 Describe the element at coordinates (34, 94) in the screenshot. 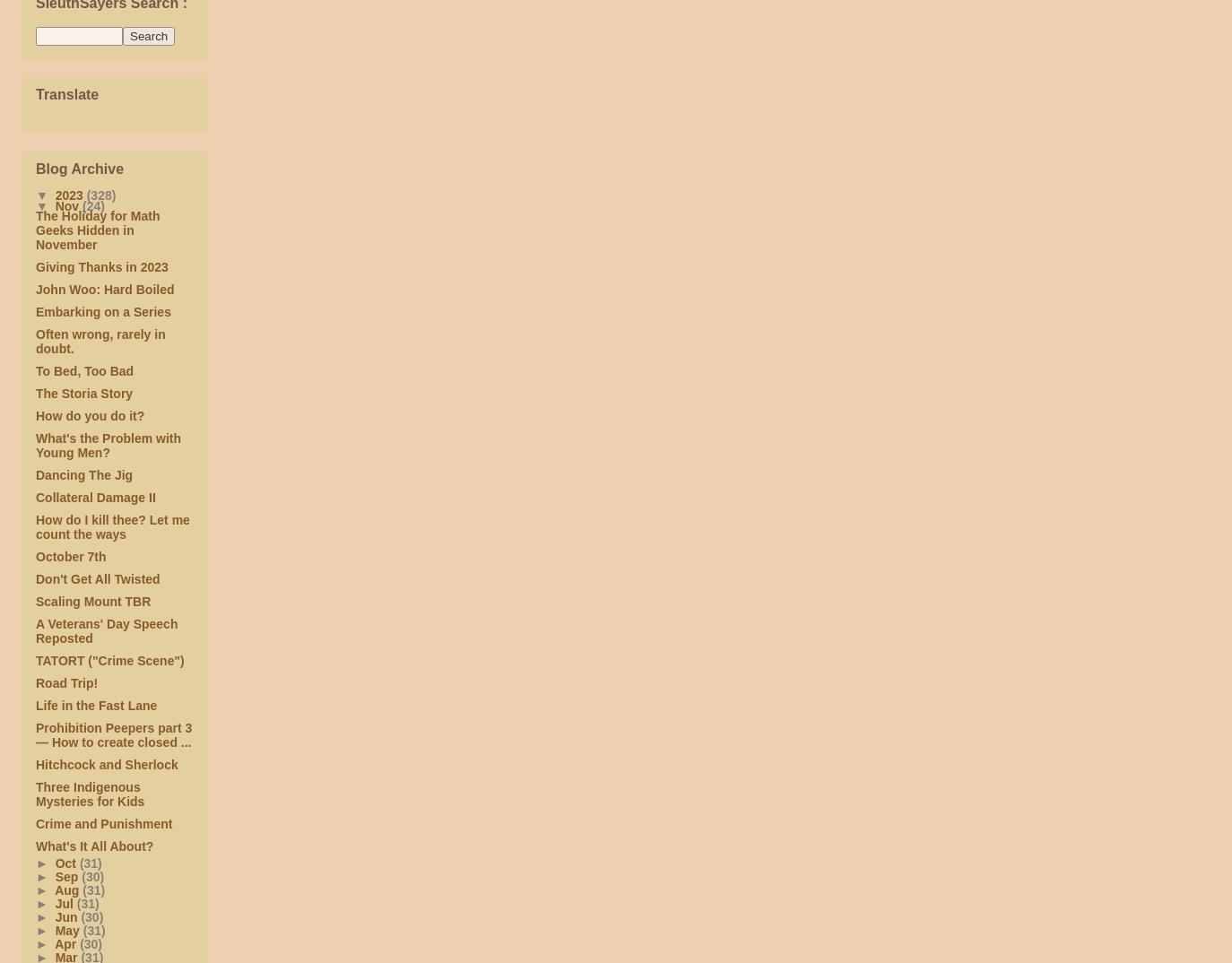

I see `'Translate'` at that location.